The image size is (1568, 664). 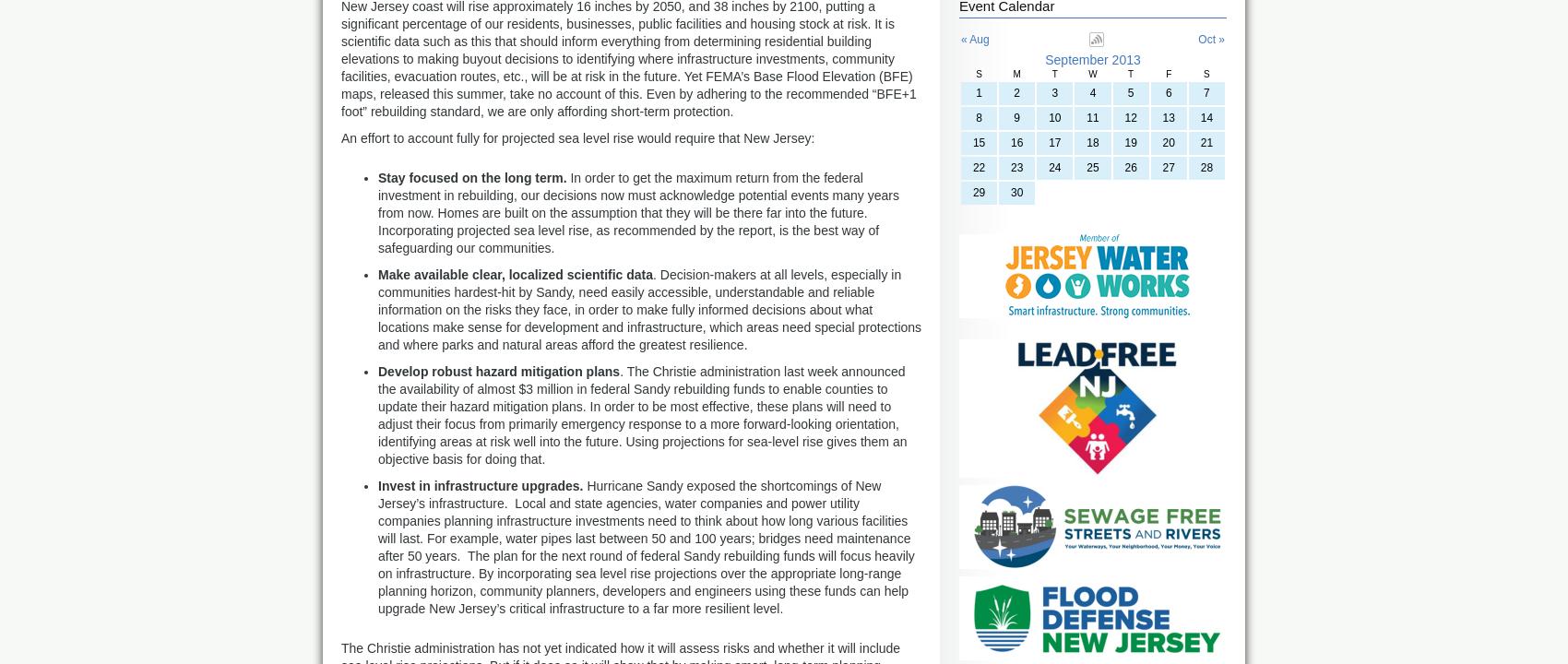 I want to click on '15', so click(x=977, y=142).